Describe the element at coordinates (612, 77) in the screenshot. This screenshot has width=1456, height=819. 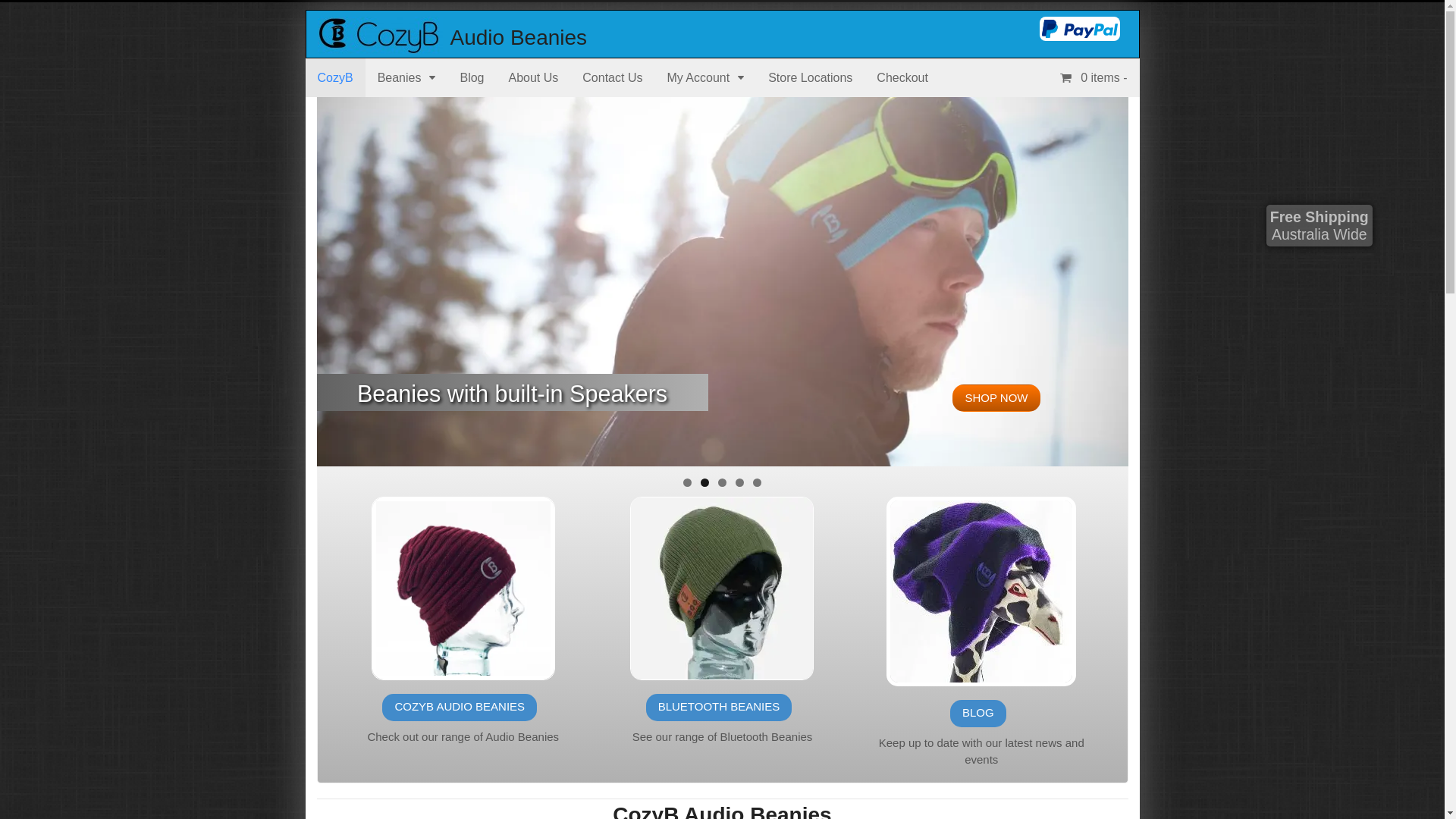
I see `'Contact Us'` at that location.